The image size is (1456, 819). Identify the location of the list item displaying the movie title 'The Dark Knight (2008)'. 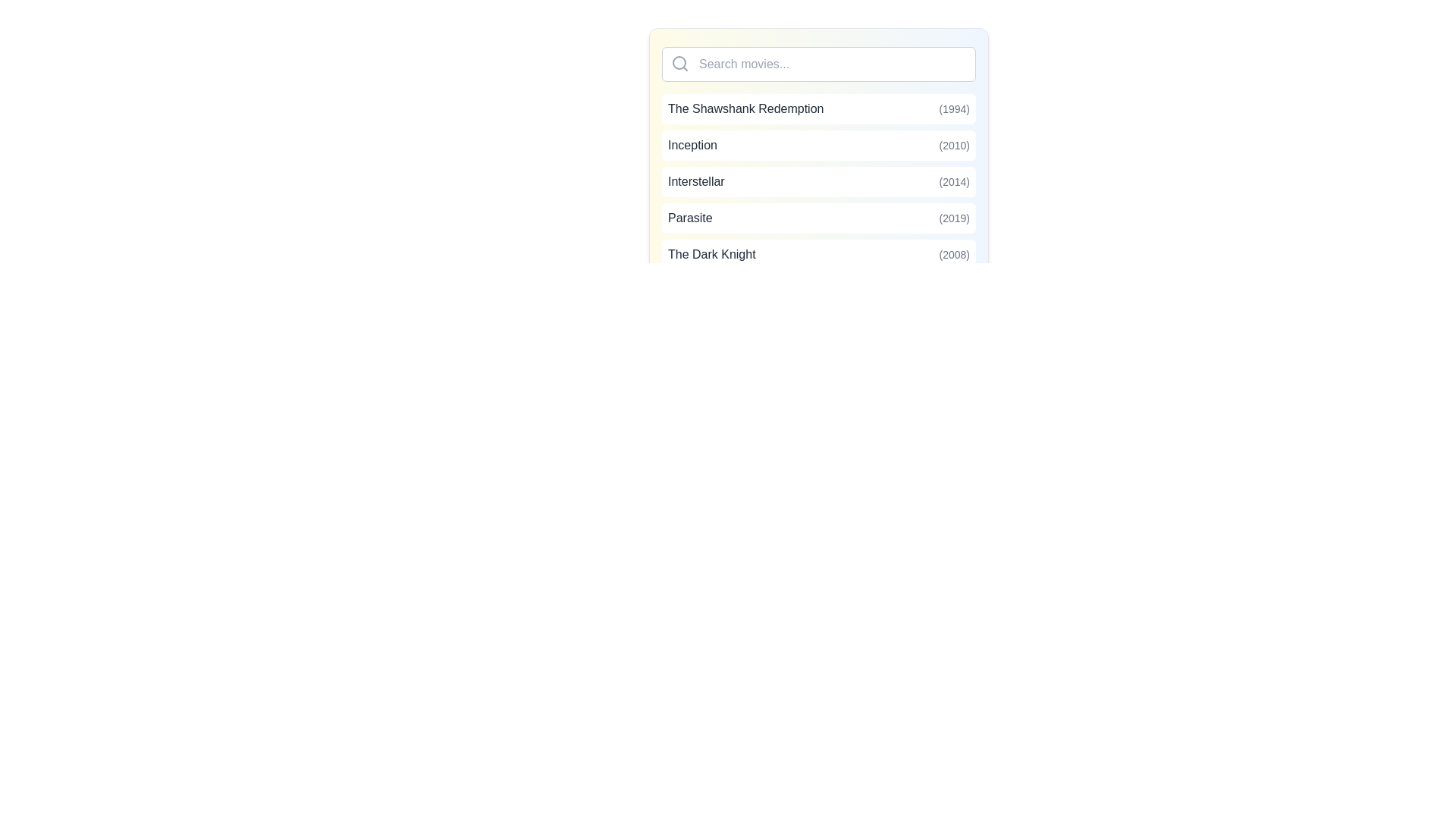
(818, 253).